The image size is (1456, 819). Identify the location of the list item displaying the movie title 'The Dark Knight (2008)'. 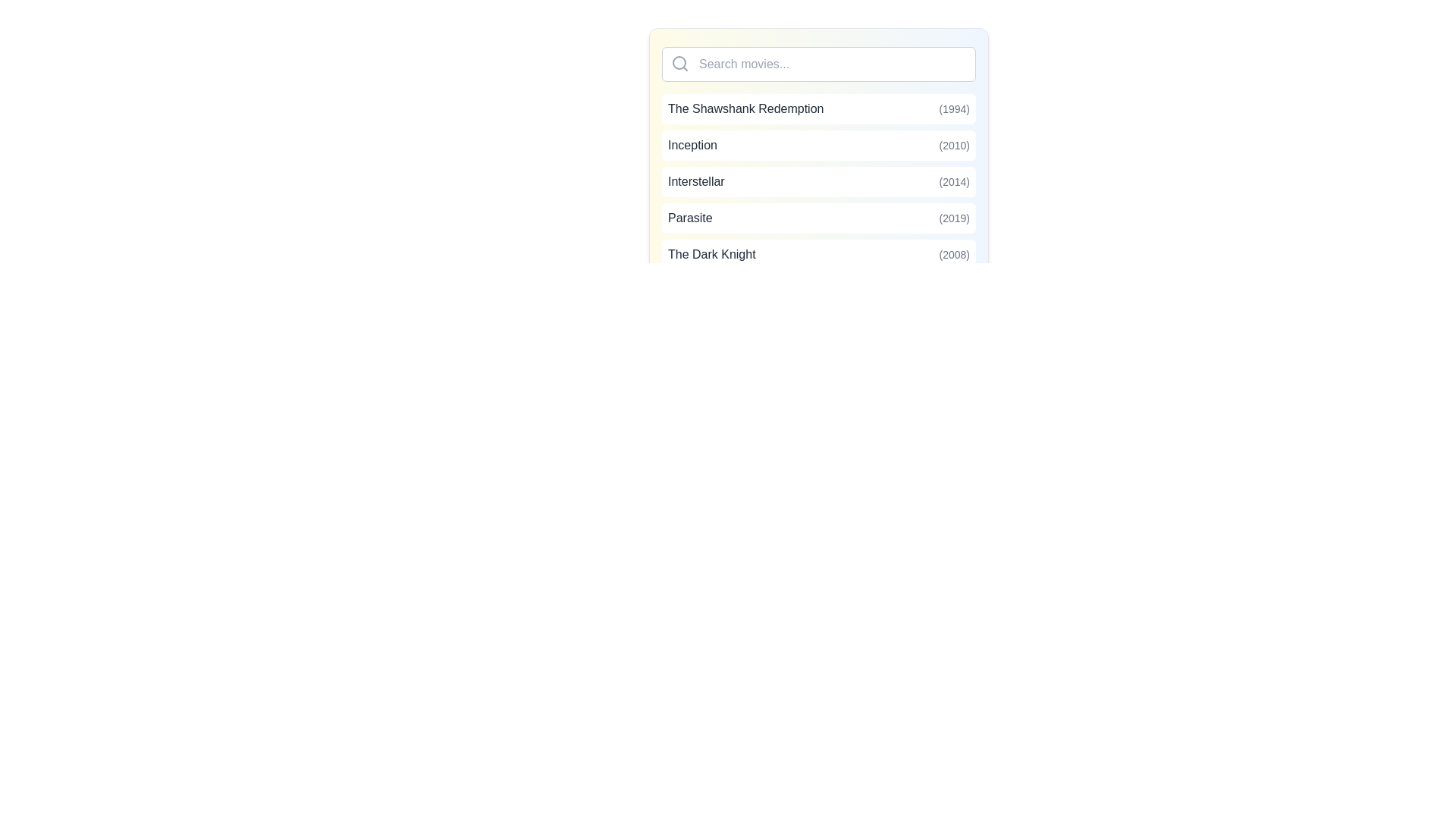
(818, 253).